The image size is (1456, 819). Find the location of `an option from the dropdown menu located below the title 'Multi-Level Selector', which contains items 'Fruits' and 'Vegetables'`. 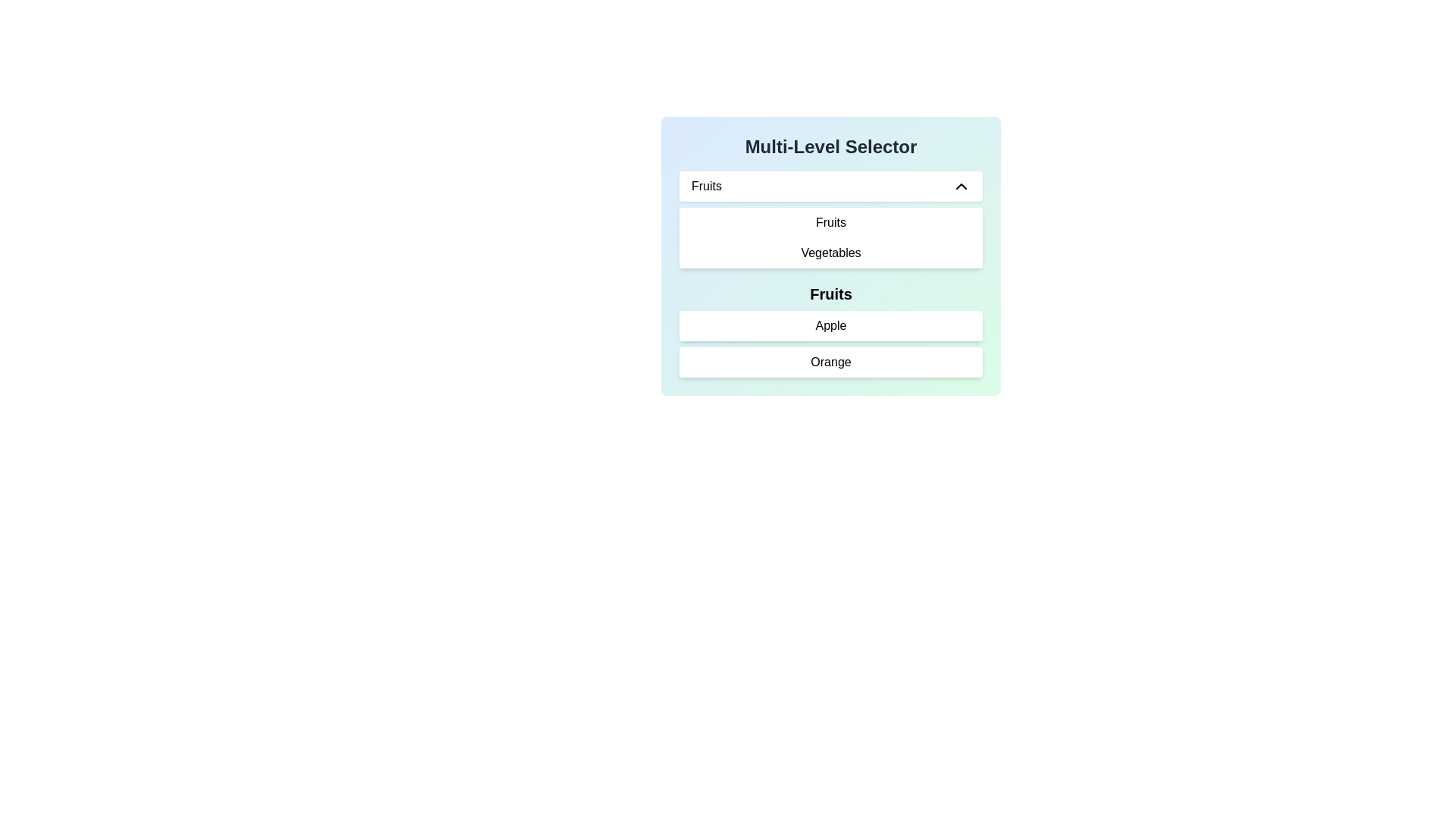

an option from the dropdown menu located below the title 'Multi-Level Selector', which contains items 'Fruits' and 'Vegetables' is located at coordinates (830, 219).